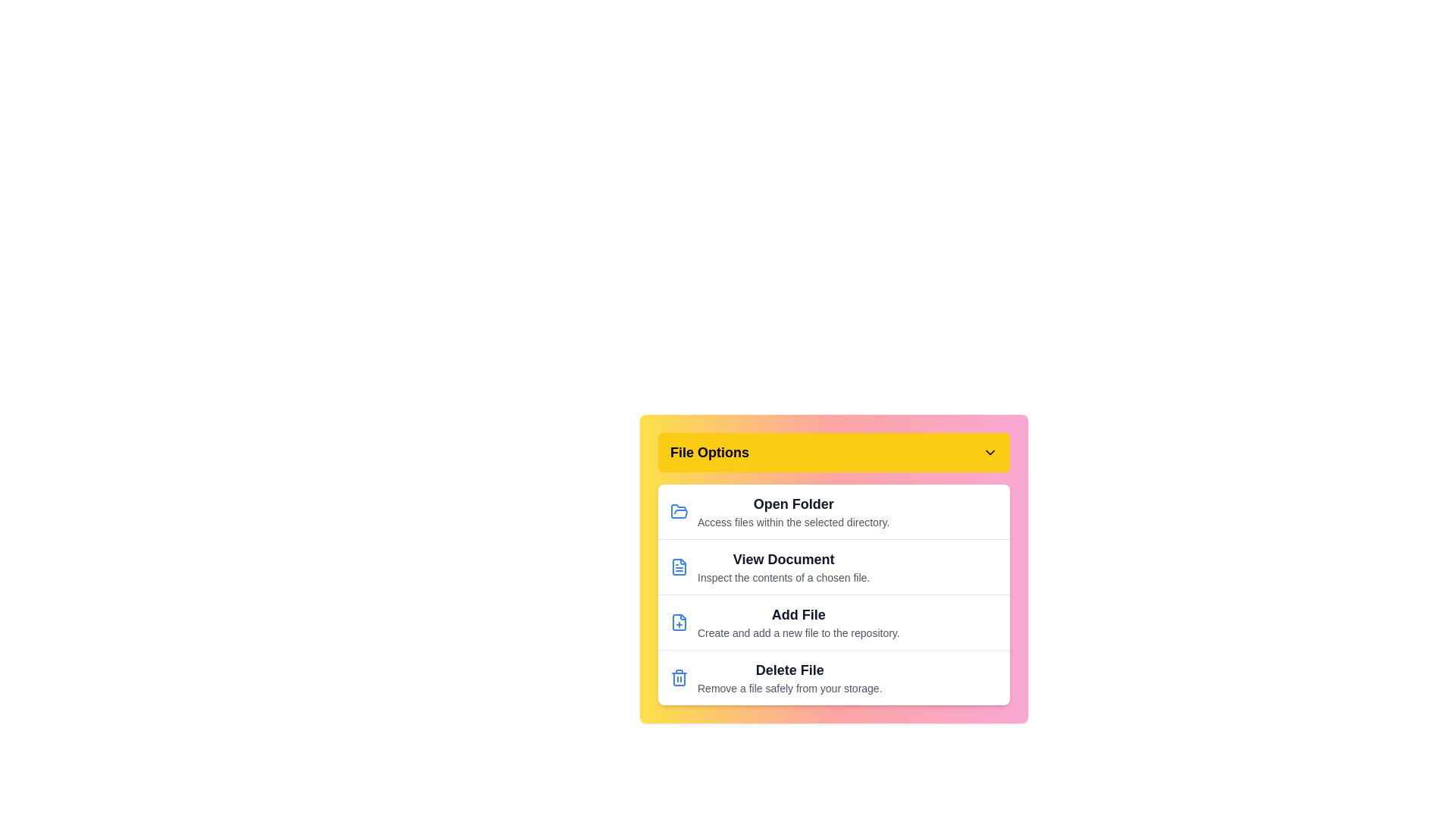  What do you see at coordinates (679, 678) in the screenshot?
I see `the middle segment of the trash can icon, which symbolizes the 'Delete File' action in the interface` at bounding box center [679, 678].